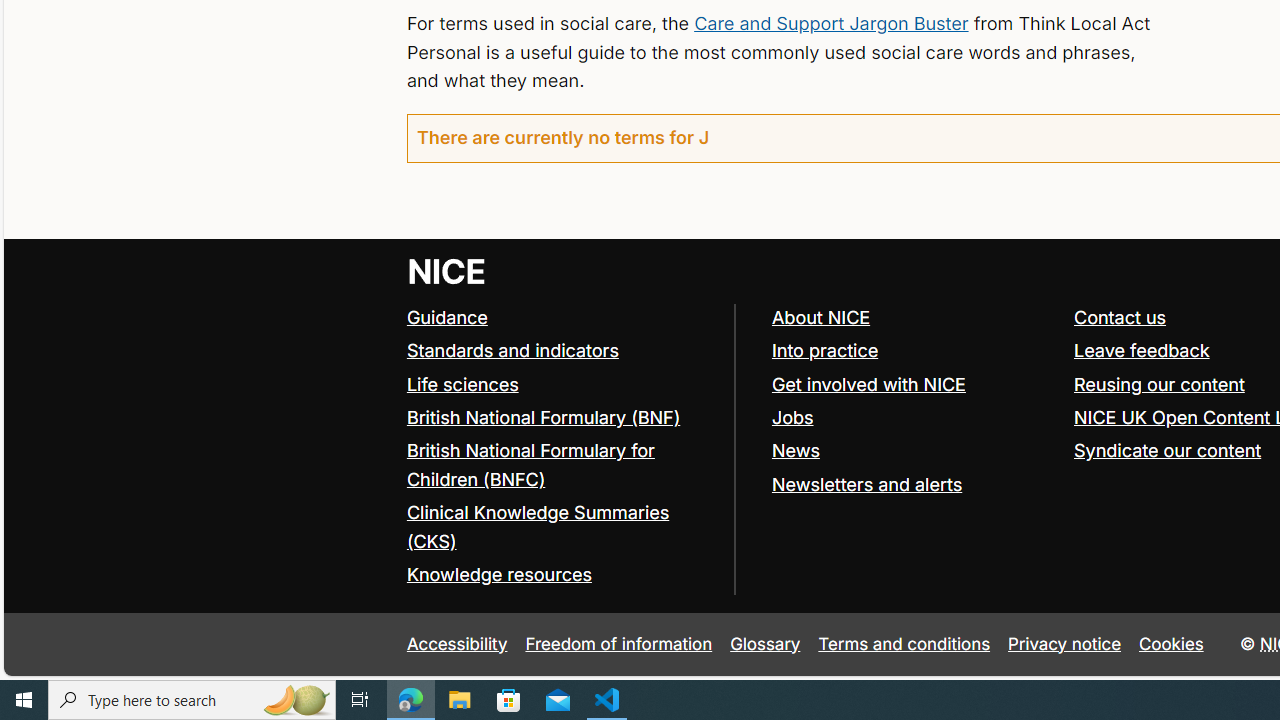  Describe the element at coordinates (820, 316) in the screenshot. I see `'About NICE'` at that location.